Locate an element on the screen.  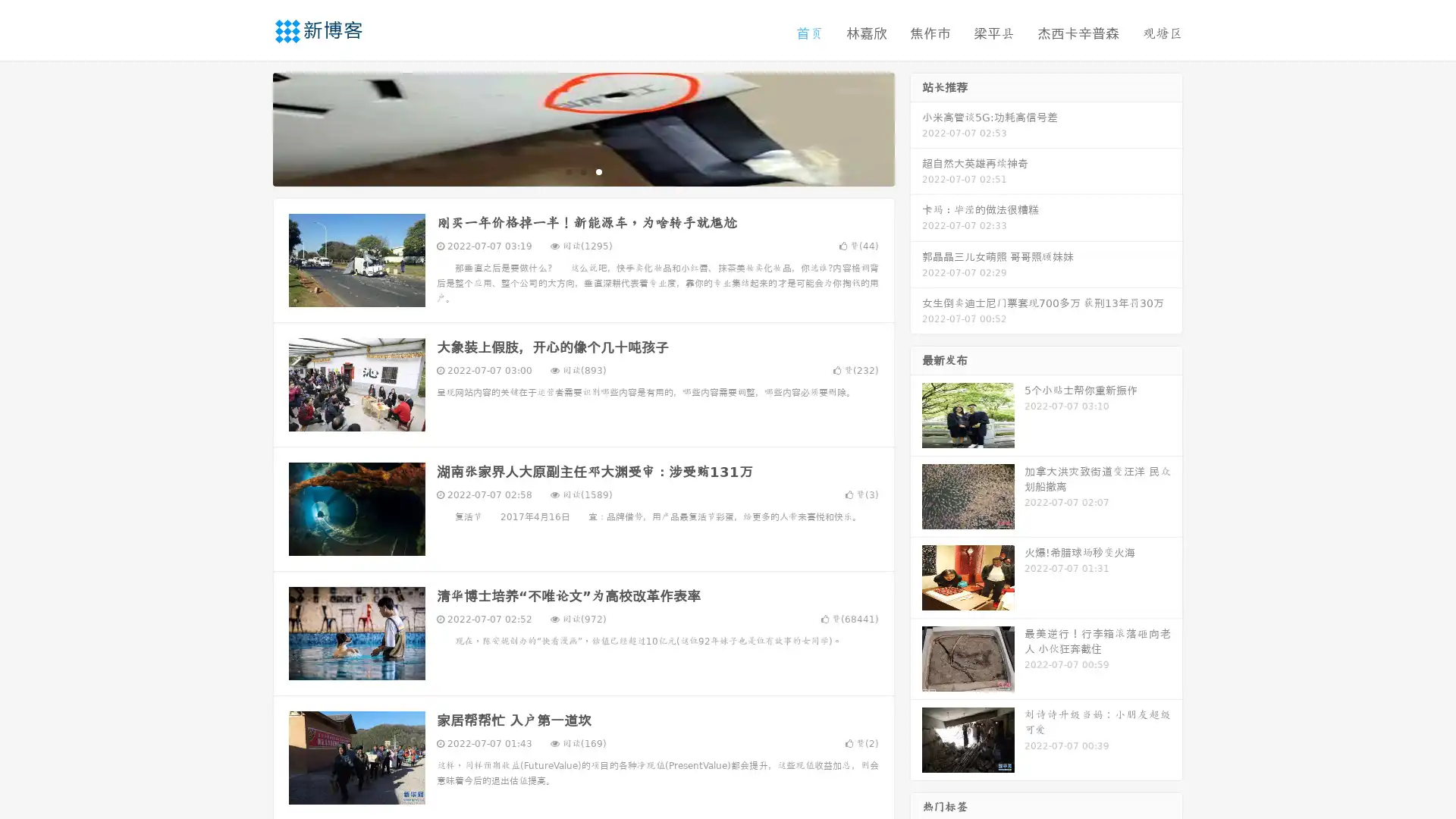
Go to slide 2 is located at coordinates (582, 171).